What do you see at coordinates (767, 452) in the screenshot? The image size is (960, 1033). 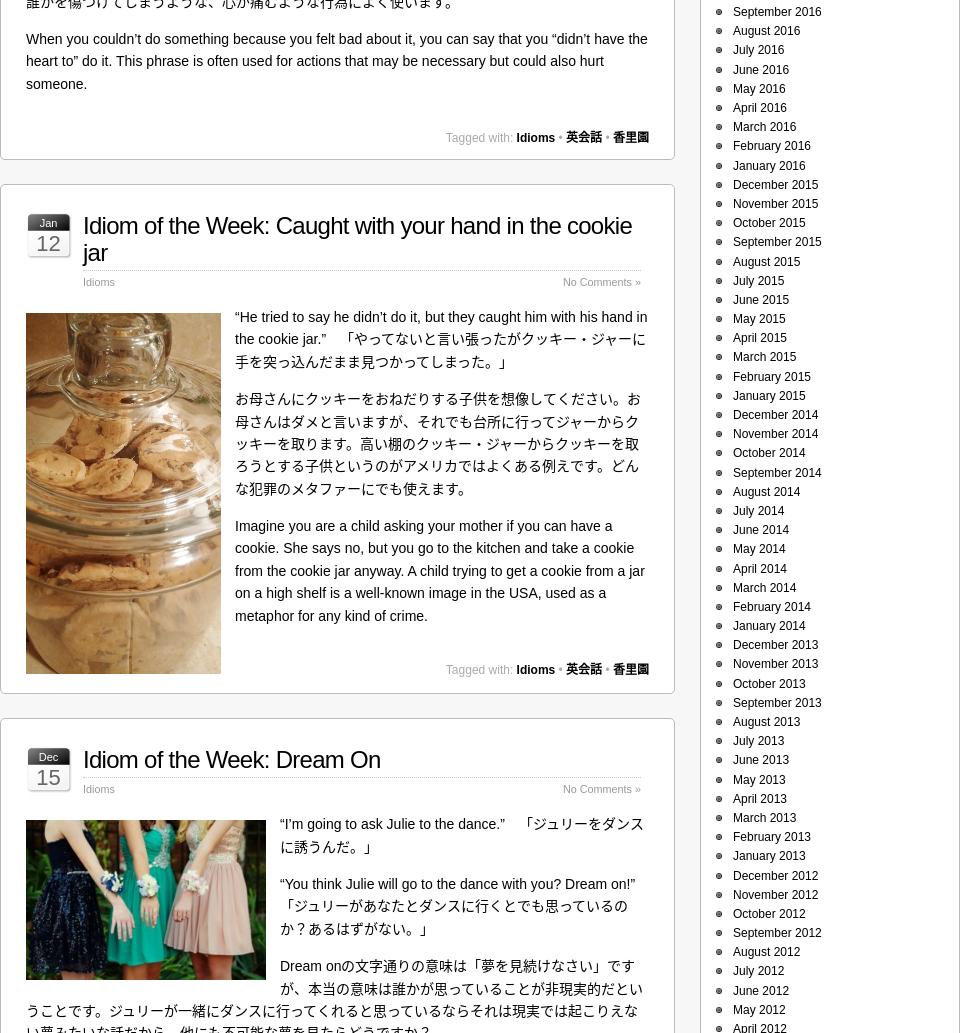 I see `'October 2014'` at bounding box center [767, 452].